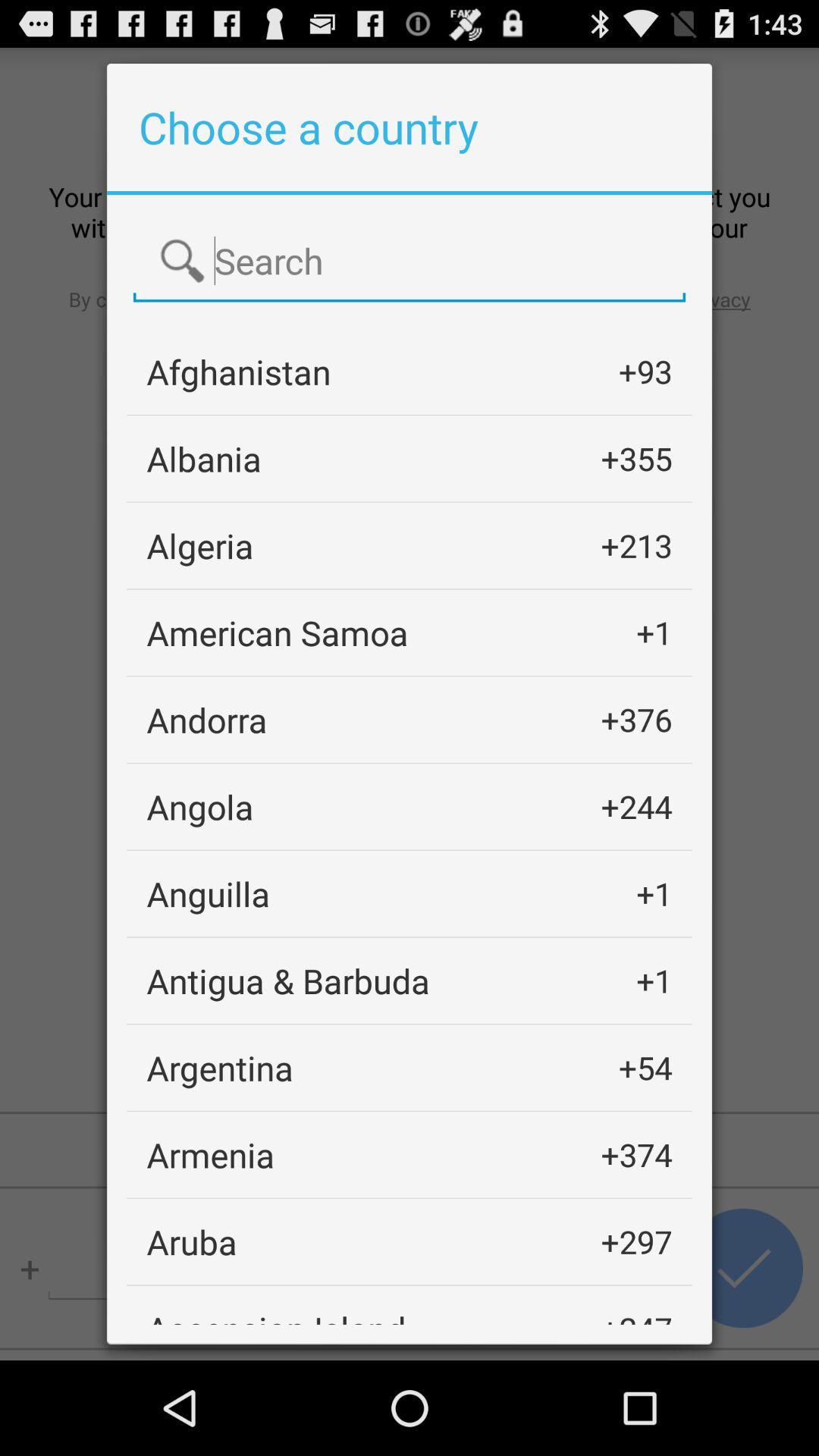 The height and width of the screenshot is (1456, 819). What do you see at coordinates (636, 1314) in the screenshot?
I see `icon to the right of ascension island item` at bounding box center [636, 1314].